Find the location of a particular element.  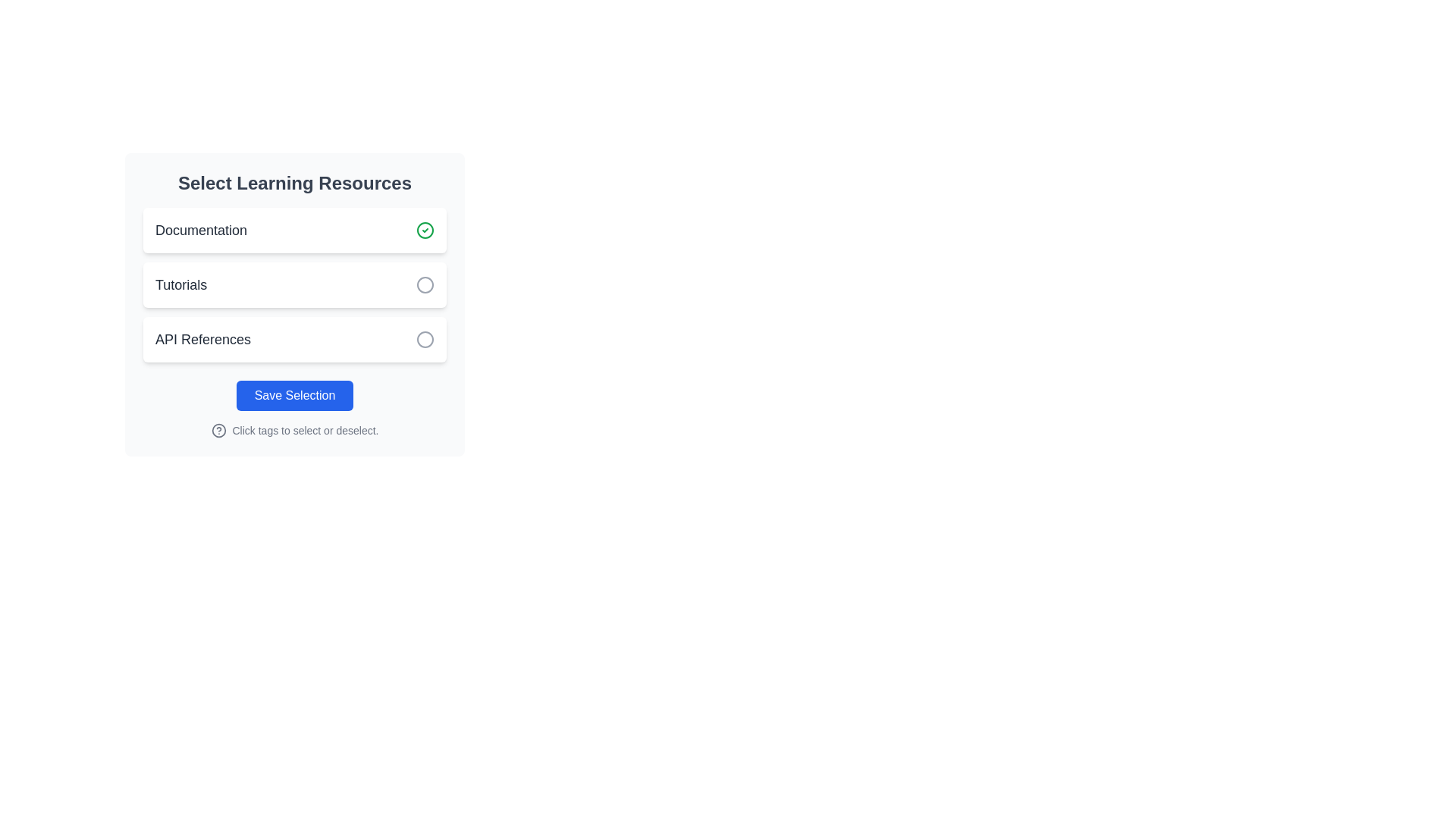

the small circular help icon with a question mark symbol, which is positioned to the left of the text 'Click tags to select or deselect.' is located at coordinates (218, 430).